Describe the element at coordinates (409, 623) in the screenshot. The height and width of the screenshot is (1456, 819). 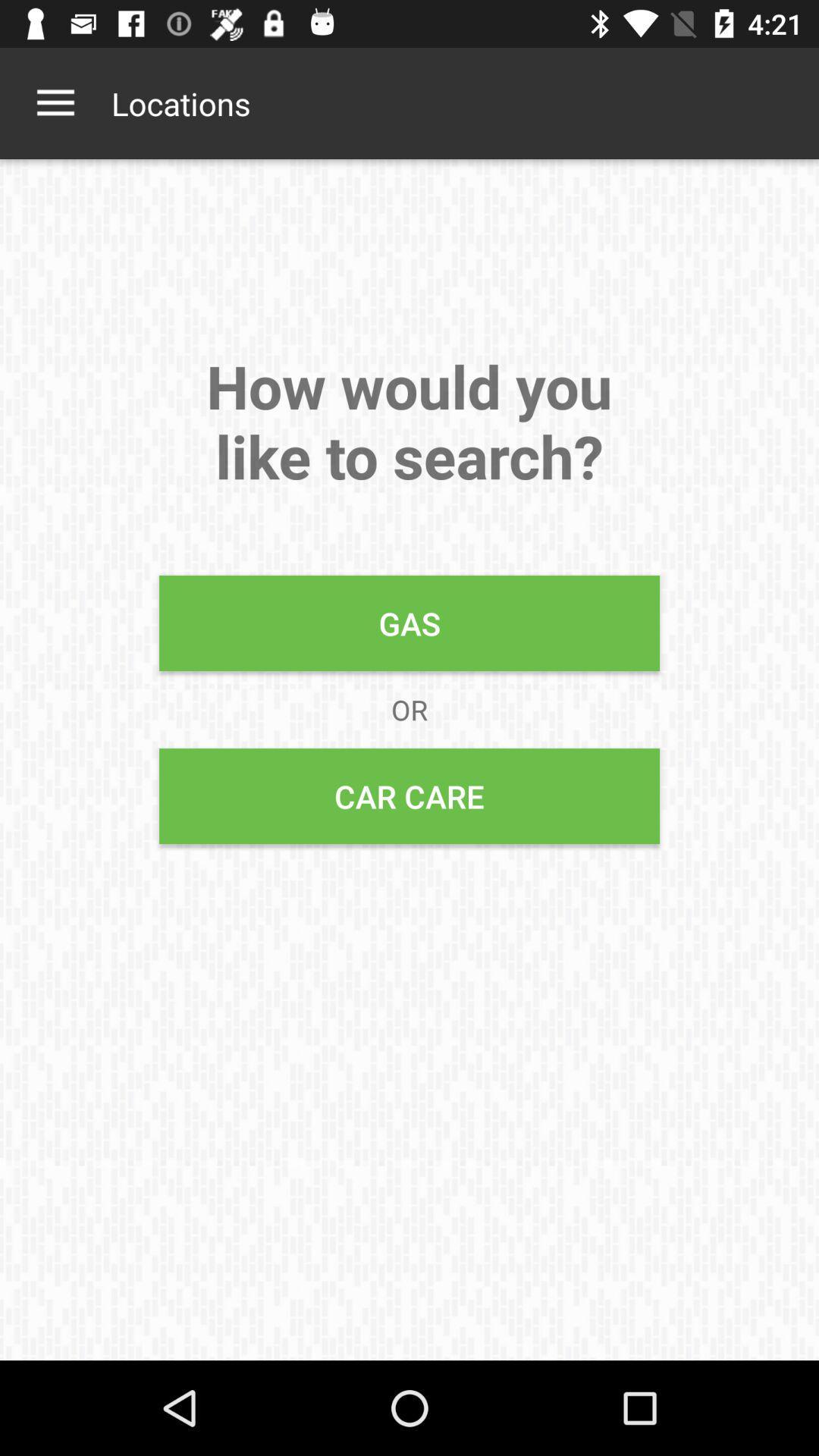
I see `gas item` at that location.